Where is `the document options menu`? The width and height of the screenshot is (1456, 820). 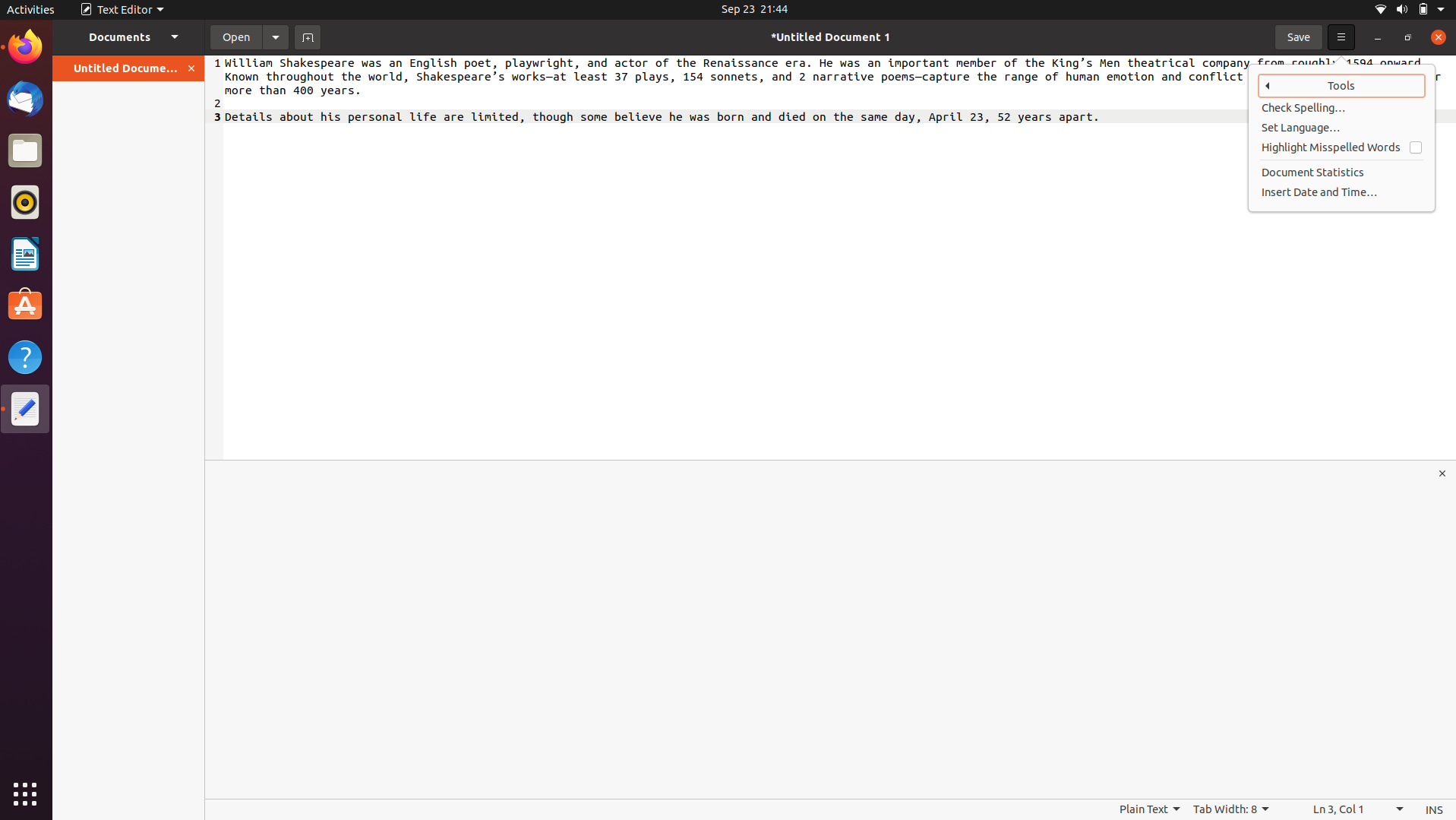
the document options menu is located at coordinates (275, 36).